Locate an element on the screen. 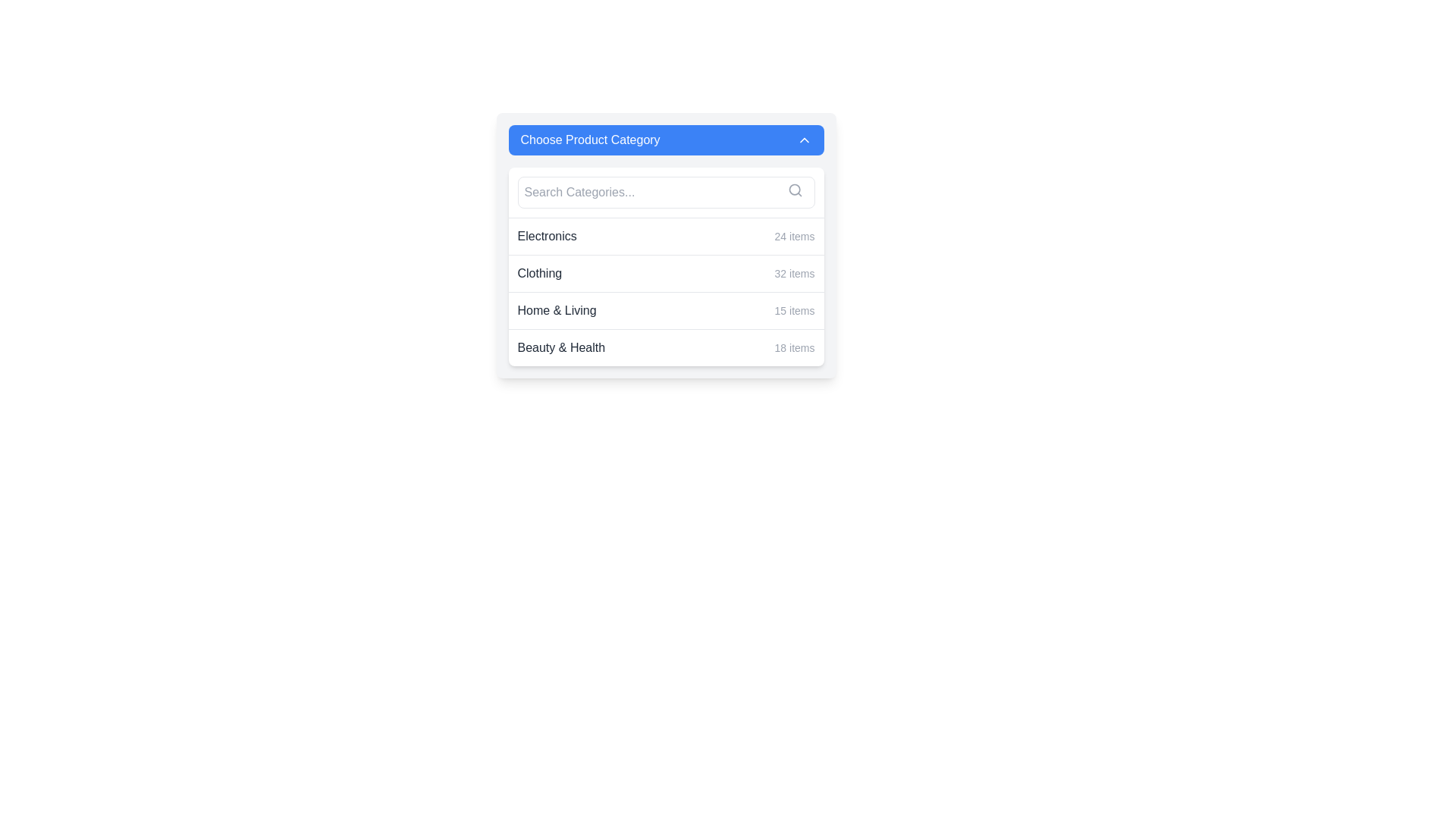 The image size is (1456, 819). the informational text label indicating the count of items available under the 'Beauty & Health' category, located in the fourth row of the dropdown menu, adjacent to 'Beauty & Health' is located at coordinates (794, 348).